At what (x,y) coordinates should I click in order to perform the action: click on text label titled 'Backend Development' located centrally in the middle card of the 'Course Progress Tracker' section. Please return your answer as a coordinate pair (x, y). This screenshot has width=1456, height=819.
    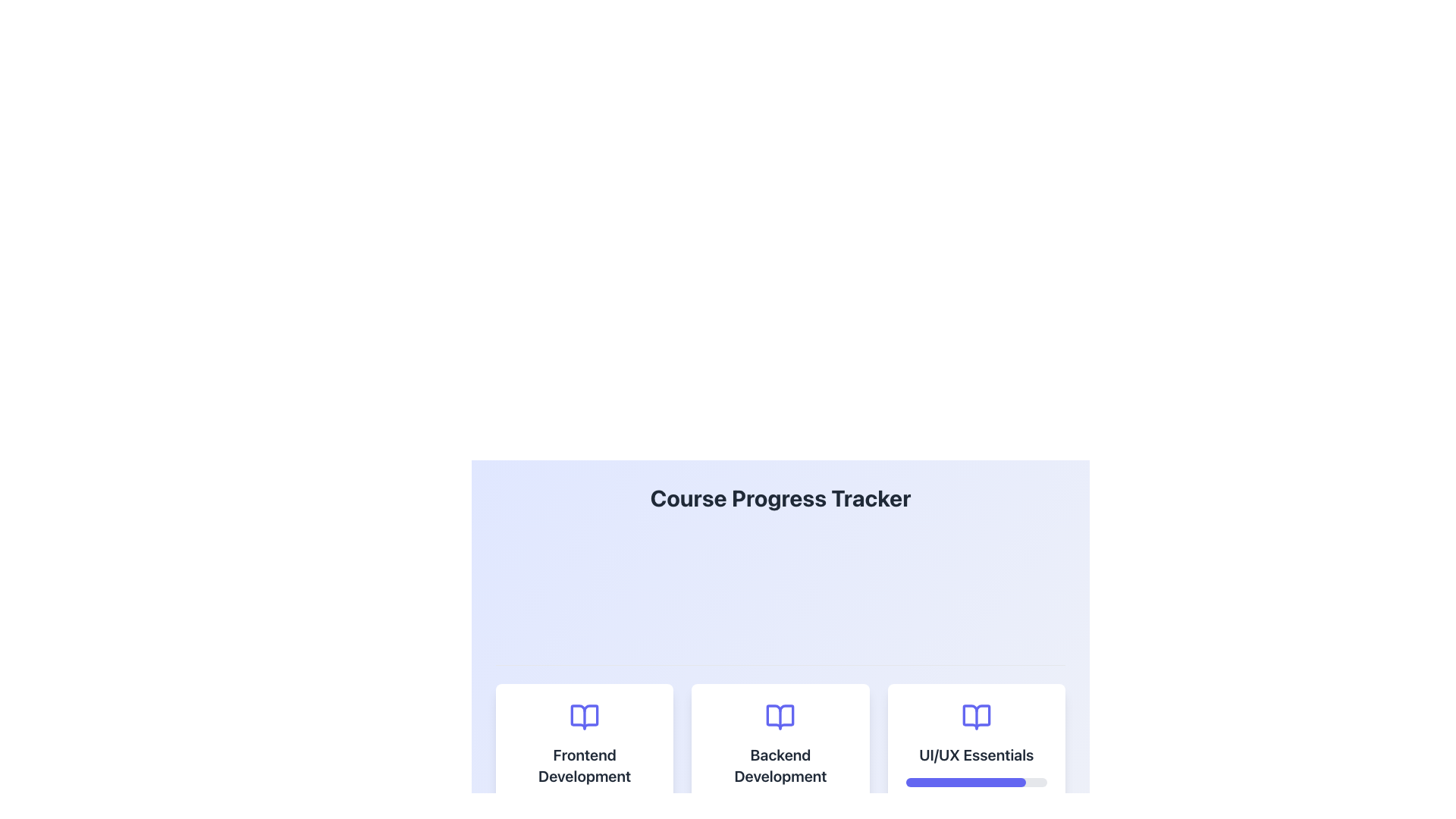
    Looking at the image, I should click on (780, 766).